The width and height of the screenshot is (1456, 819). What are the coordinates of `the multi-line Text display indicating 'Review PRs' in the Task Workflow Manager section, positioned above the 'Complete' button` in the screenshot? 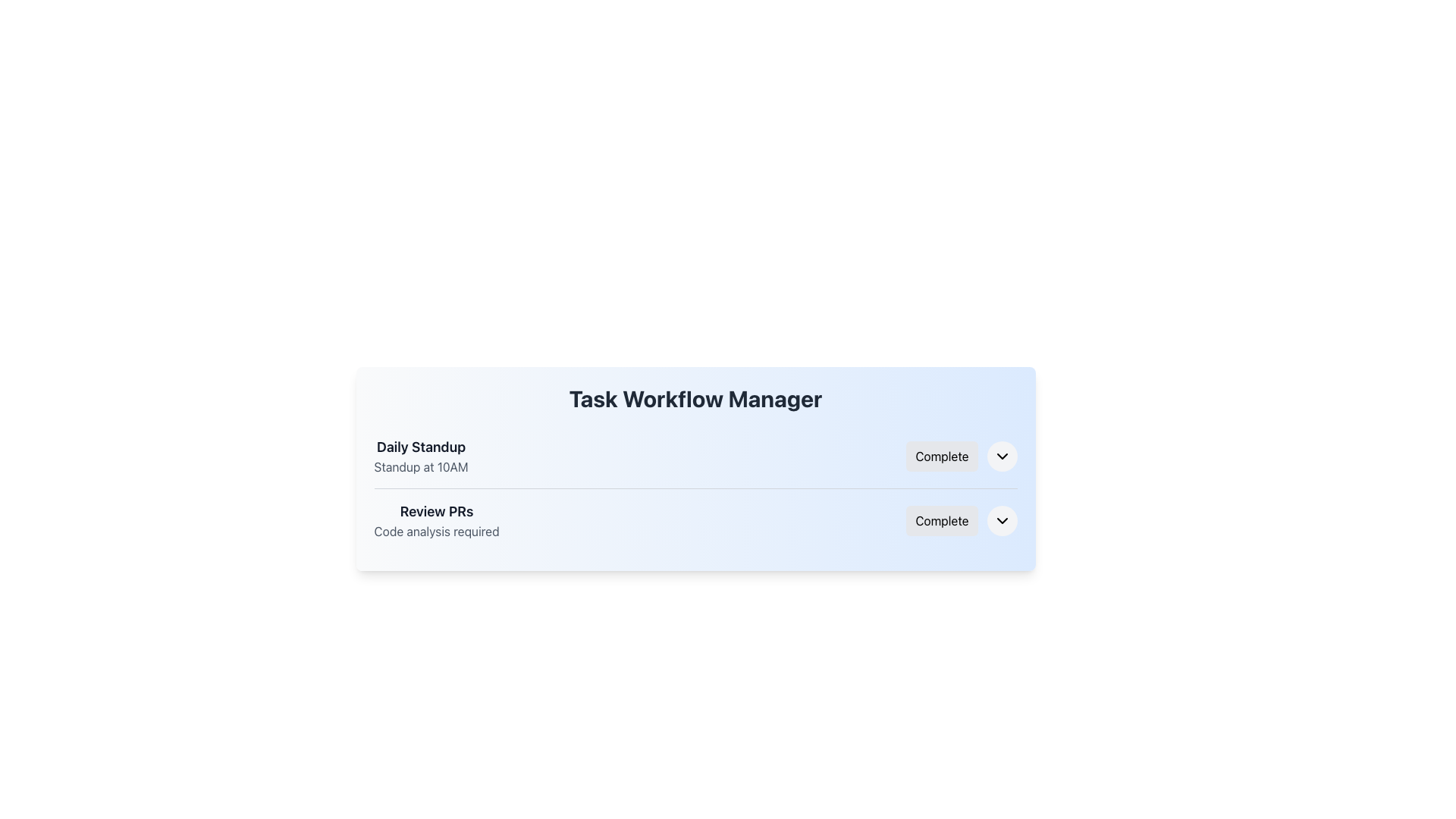 It's located at (436, 519).